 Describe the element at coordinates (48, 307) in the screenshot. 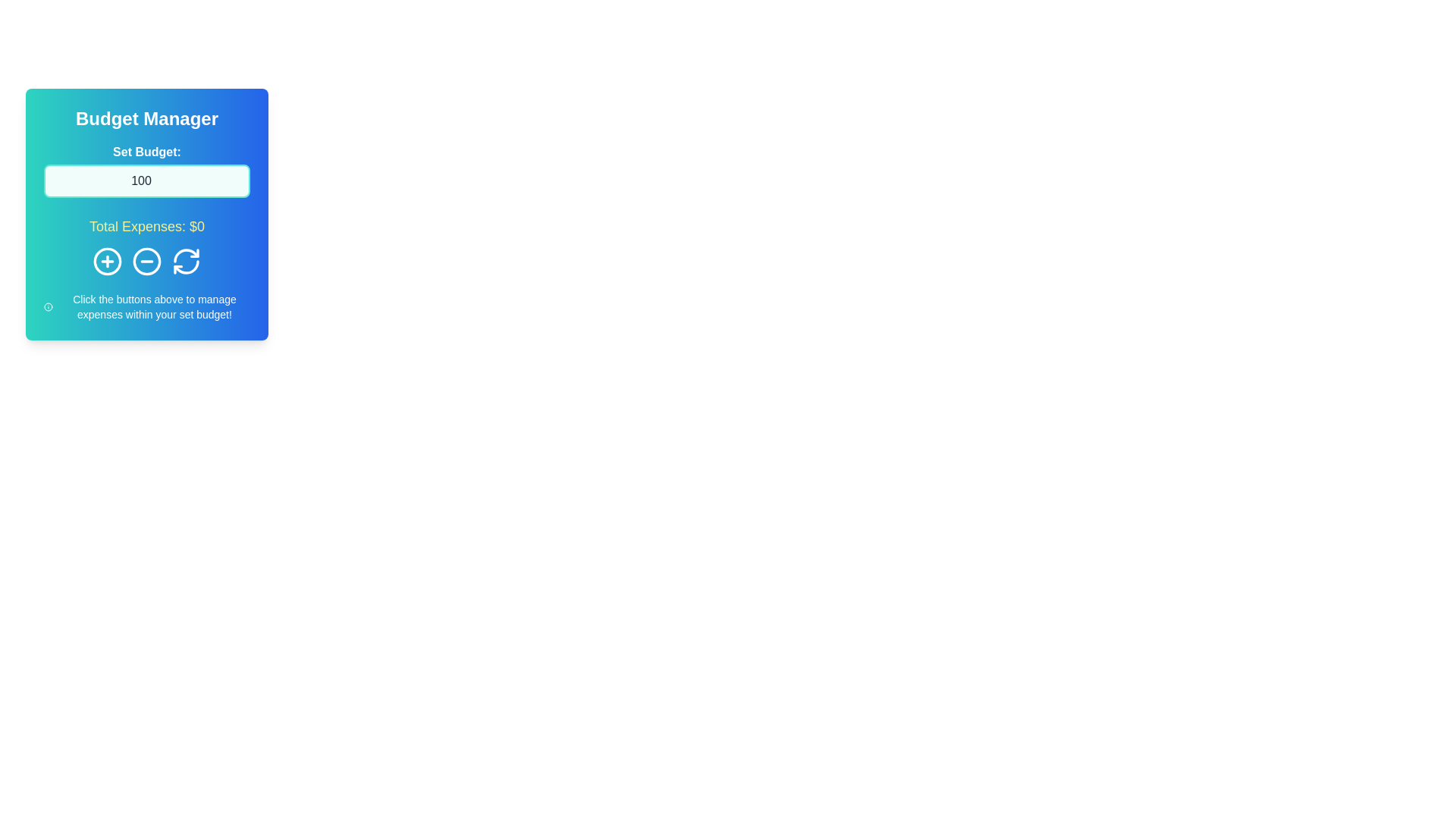

I see `the circular 'i' icon styled in white, which is positioned at the leftmost side of the text that guides users on managing expenses` at that location.